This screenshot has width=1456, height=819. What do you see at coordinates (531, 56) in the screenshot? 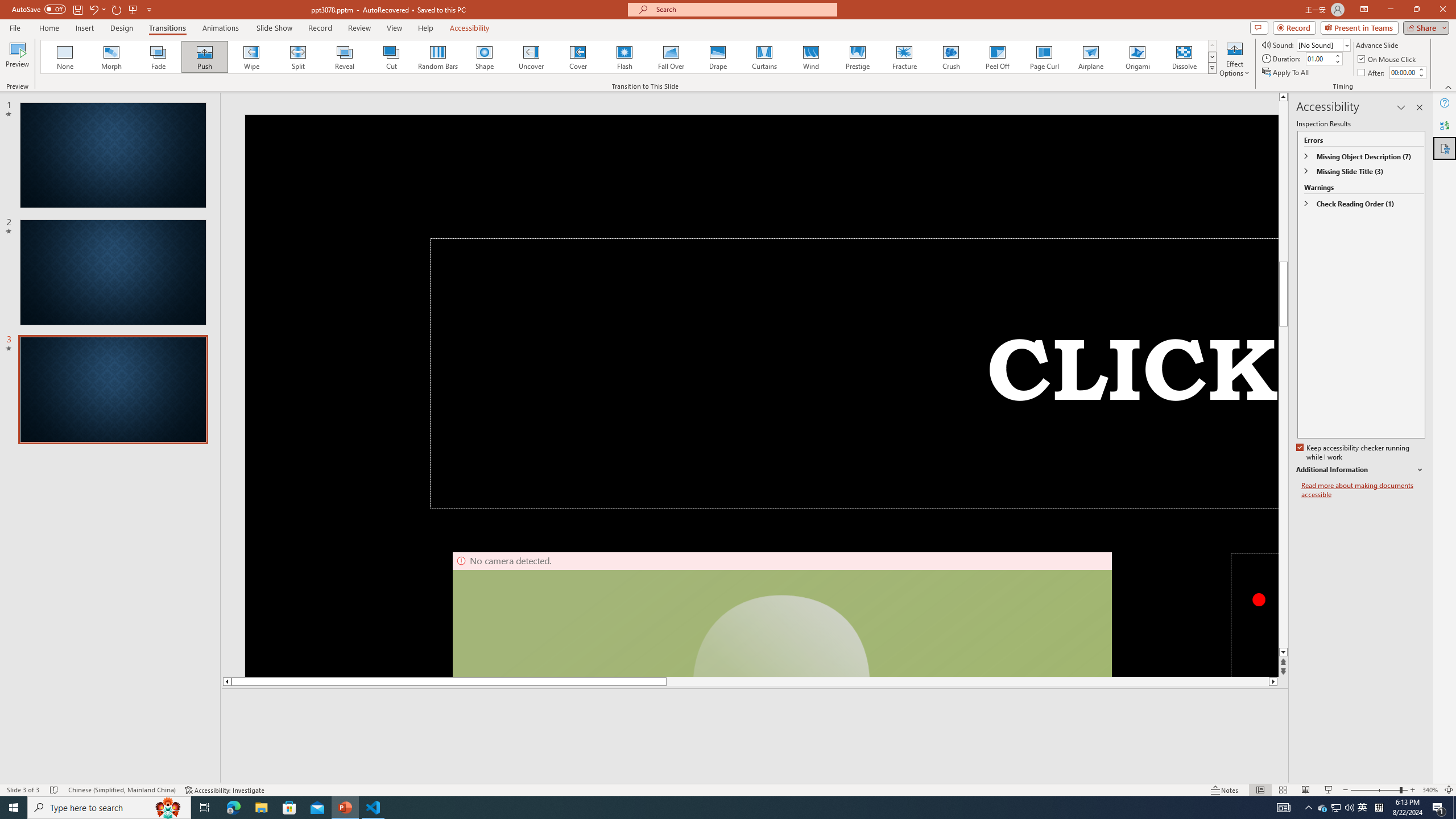
I see `'Uncover'` at bounding box center [531, 56].